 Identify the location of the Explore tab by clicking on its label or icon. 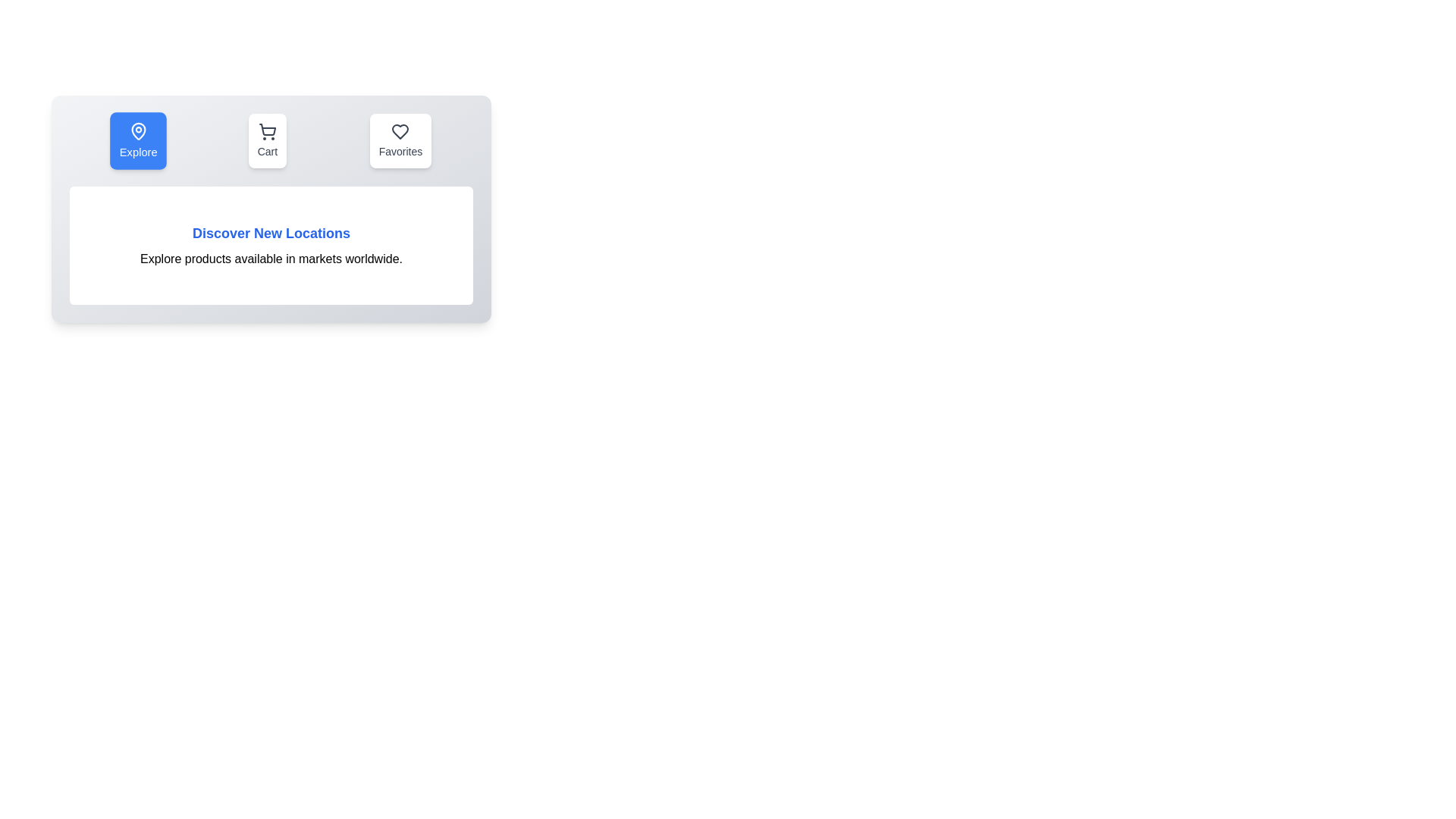
(138, 140).